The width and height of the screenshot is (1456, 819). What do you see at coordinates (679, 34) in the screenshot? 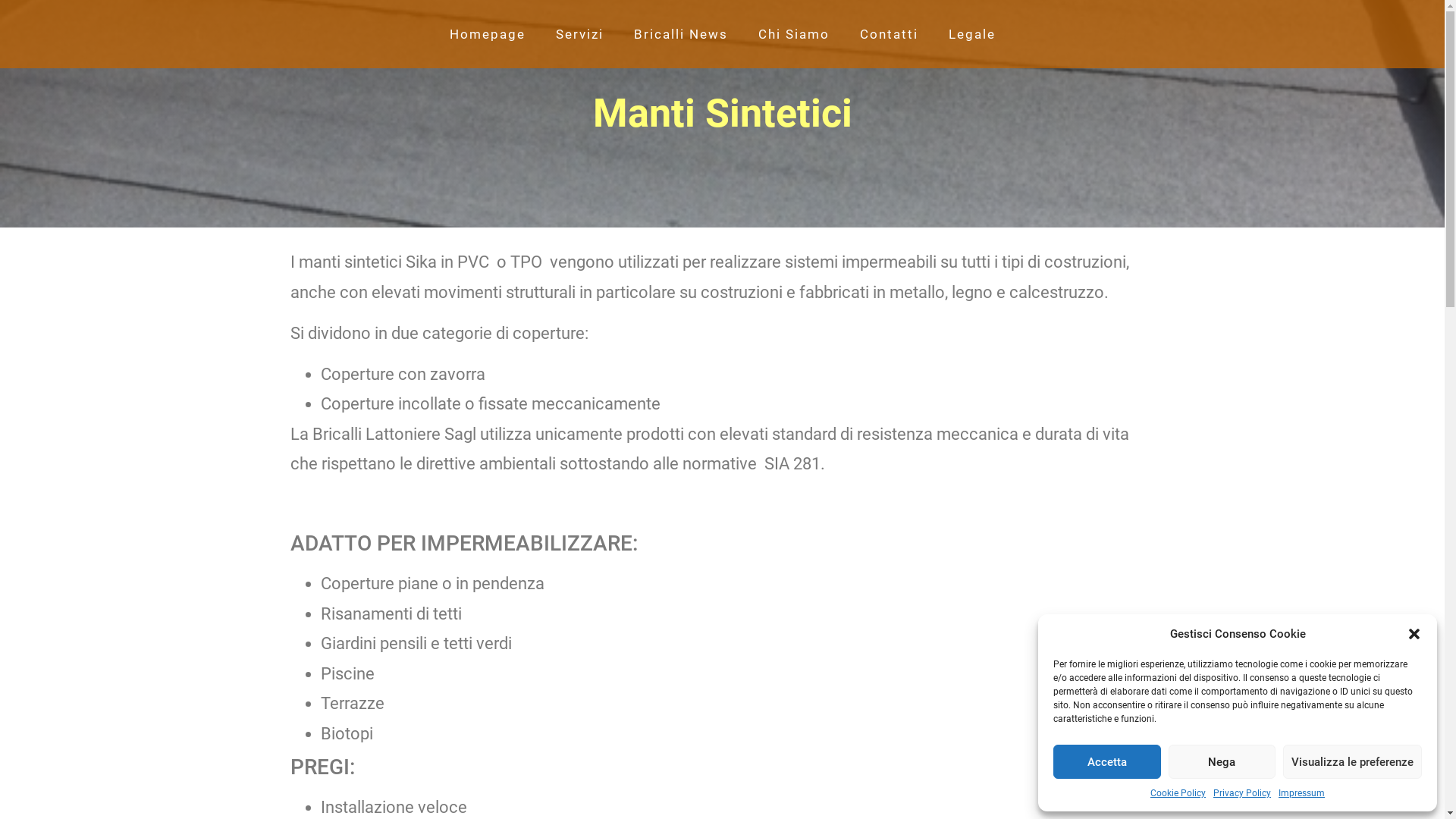
I see `'Bricalli News'` at bounding box center [679, 34].